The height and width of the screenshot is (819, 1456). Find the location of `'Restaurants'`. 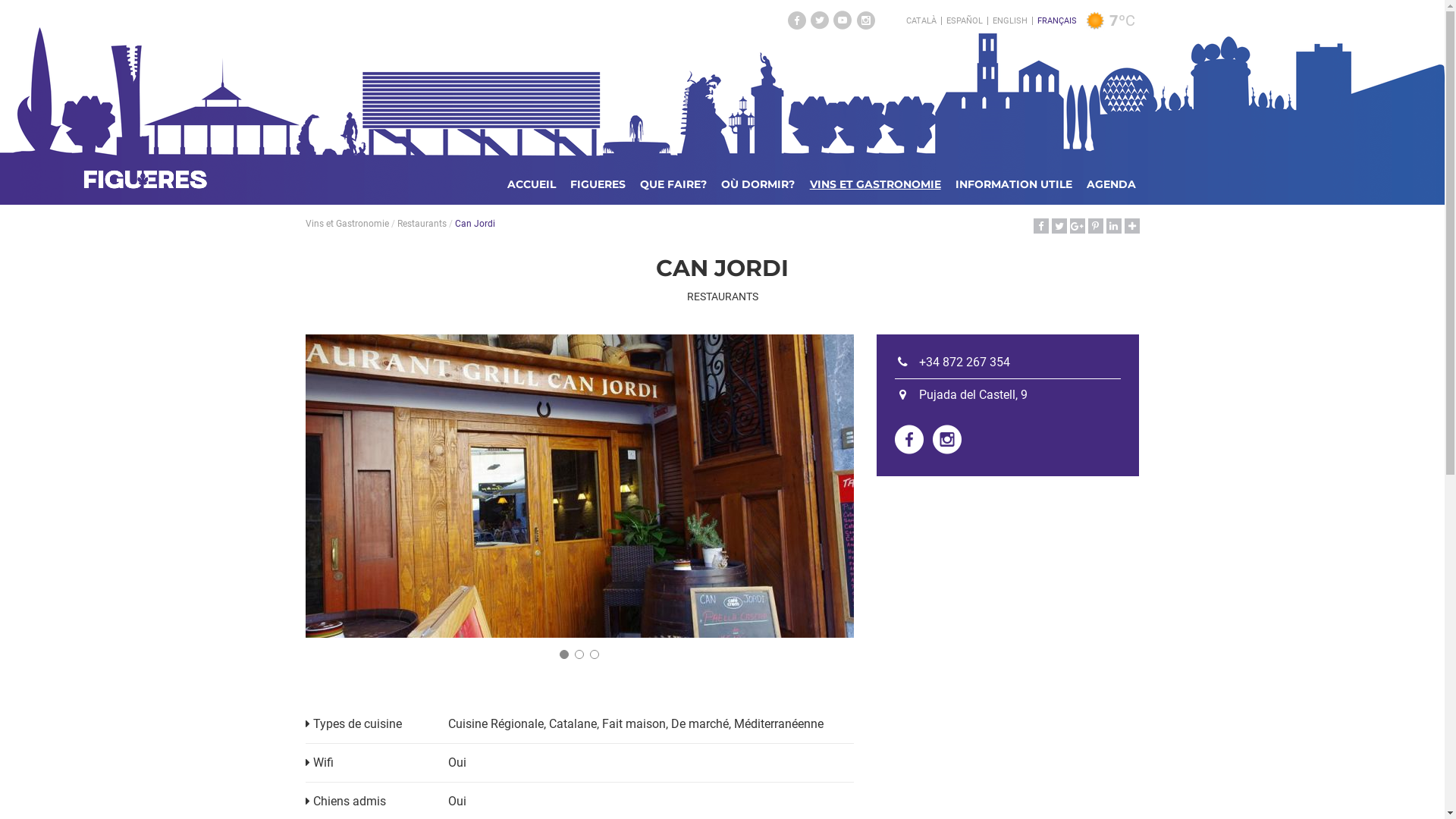

'Restaurants' is located at coordinates (422, 223).